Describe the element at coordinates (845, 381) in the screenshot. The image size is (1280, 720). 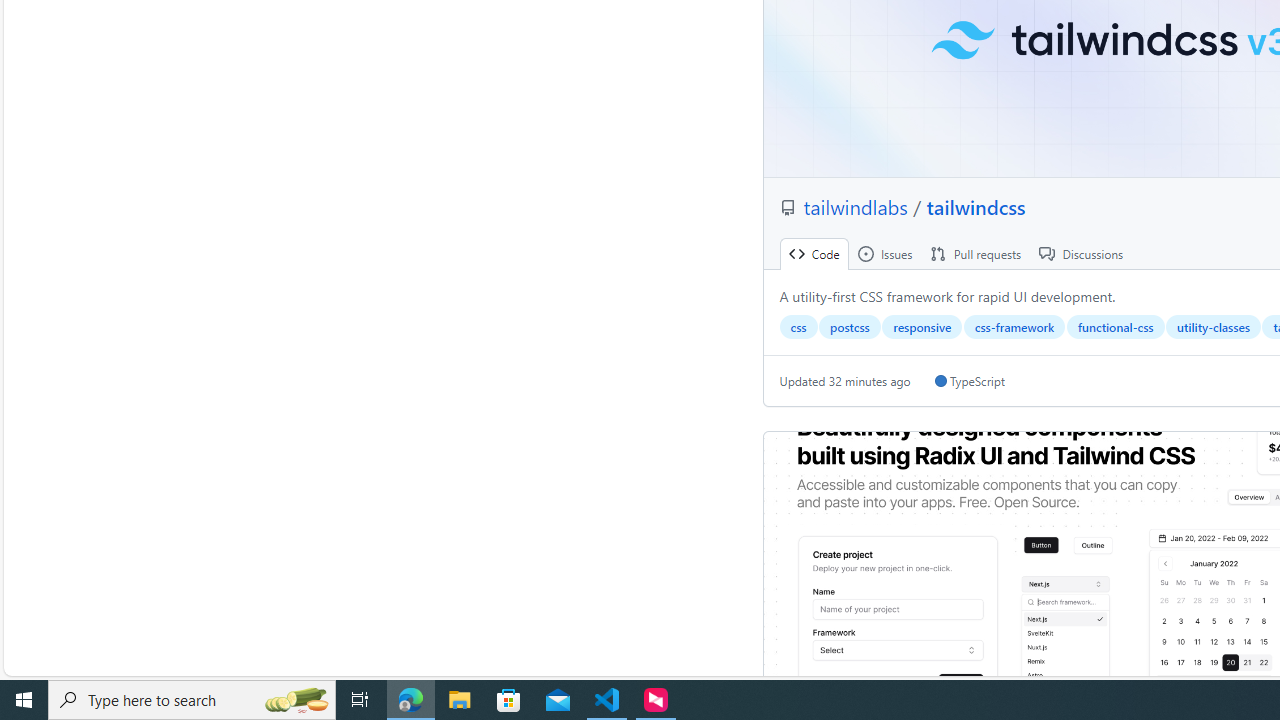
I see `'Updated 32 minutes ago'` at that location.